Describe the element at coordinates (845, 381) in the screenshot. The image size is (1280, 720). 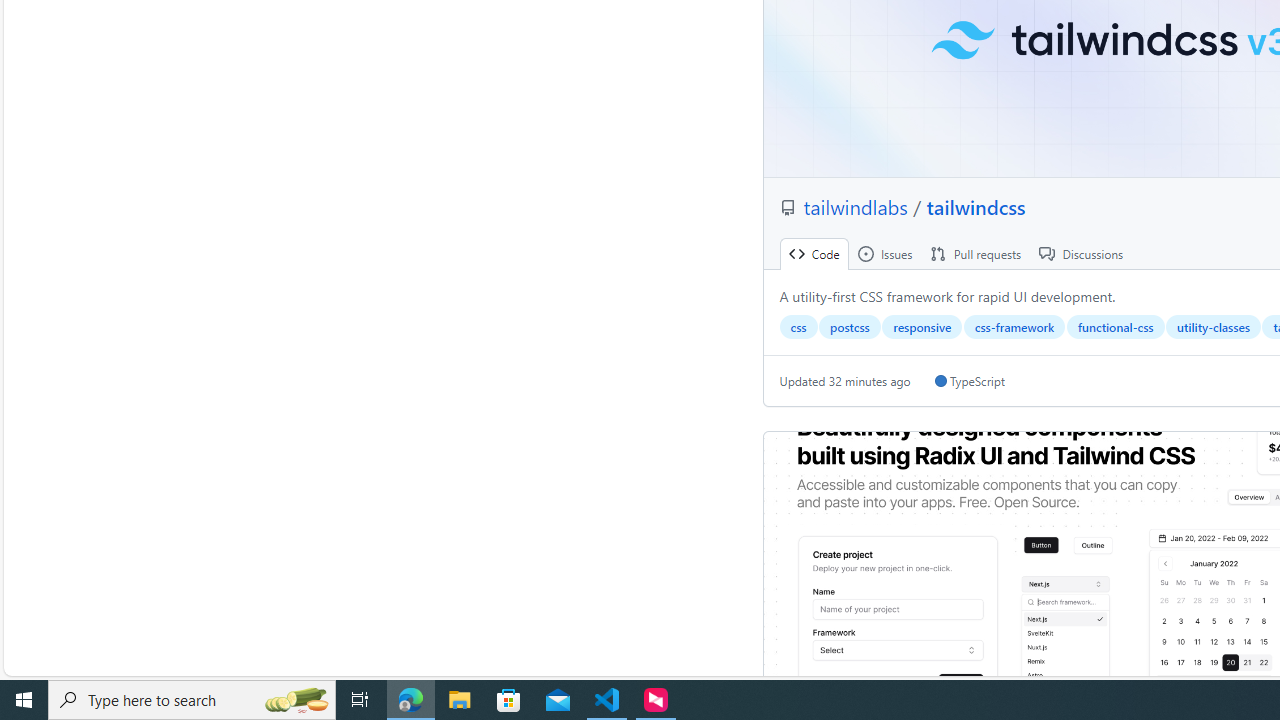
I see `'Updated 32 minutes ago'` at that location.